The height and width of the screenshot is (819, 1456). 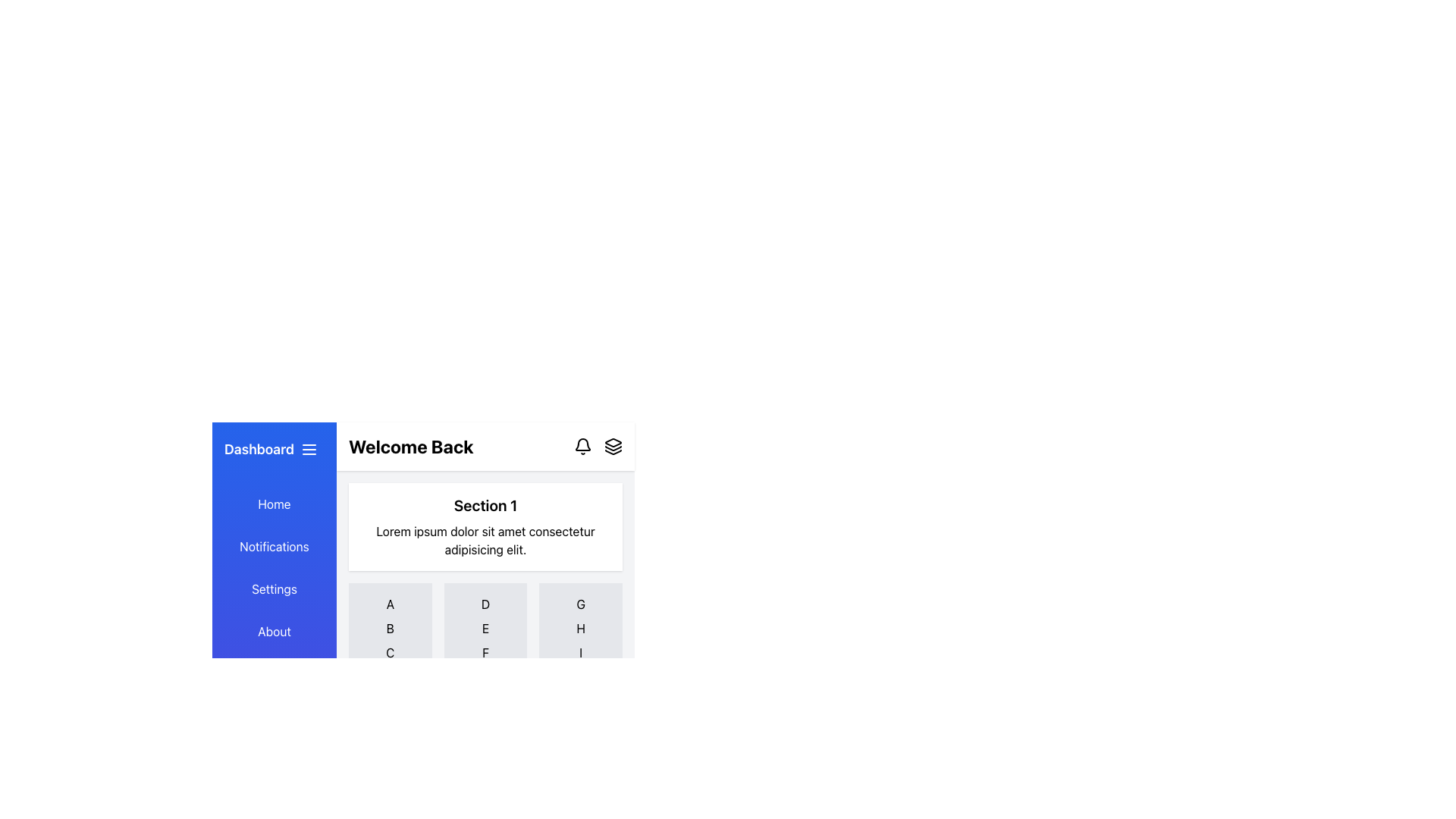 What do you see at coordinates (485, 632) in the screenshot?
I see `the static text block containing the letters 'D', 'E', and 'F', which is the second vertical stack in a three-column grid layout under the 'Section 1' header` at bounding box center [485, 632].